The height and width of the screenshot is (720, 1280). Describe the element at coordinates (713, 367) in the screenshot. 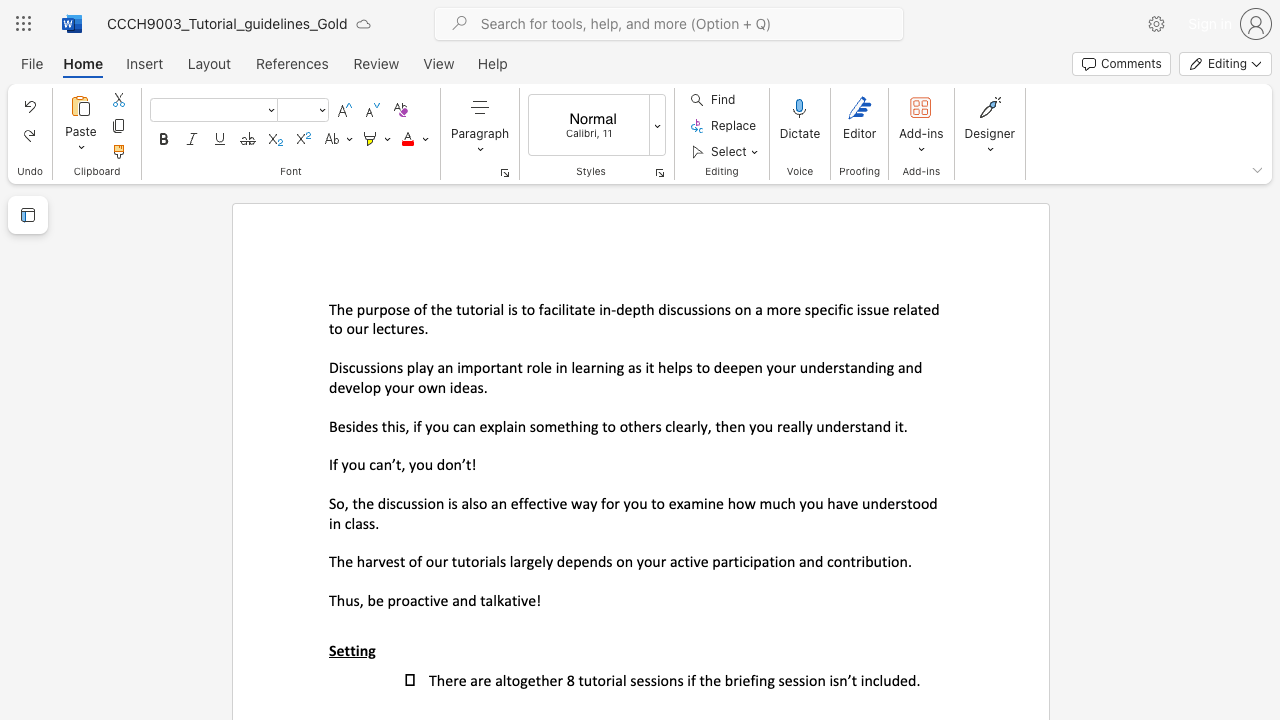

I see `the subset text "deepen your understanding and develop your own i" within the text "Discussions play an important role in learning as it helps to deepen your understanding and develop your own ideas."` at that location.